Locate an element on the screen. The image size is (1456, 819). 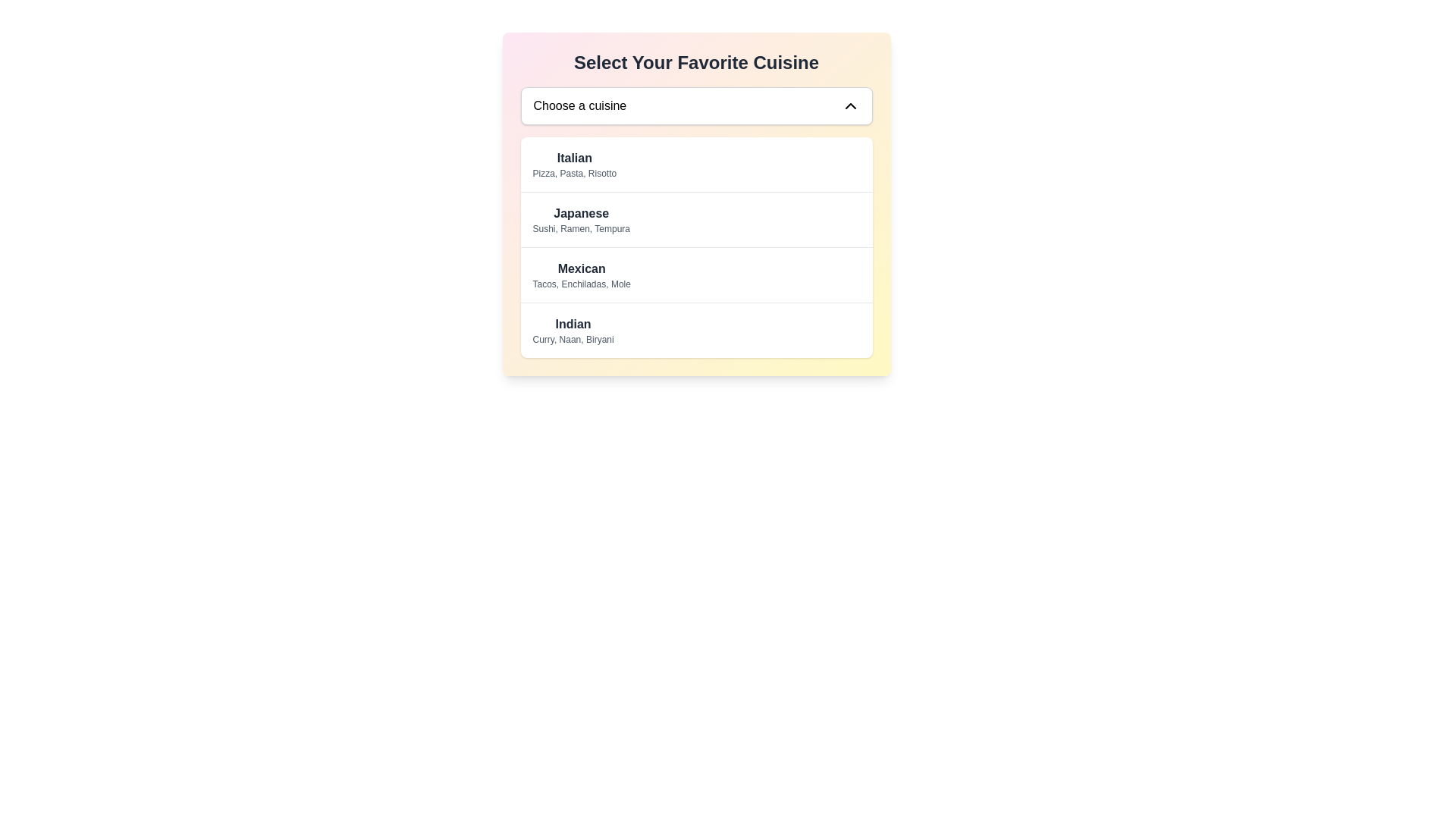
the 'Japanese' cuisine category selector item, which is the second item in the dropdown menu of cuisine options is located at coordinates (695, 219).